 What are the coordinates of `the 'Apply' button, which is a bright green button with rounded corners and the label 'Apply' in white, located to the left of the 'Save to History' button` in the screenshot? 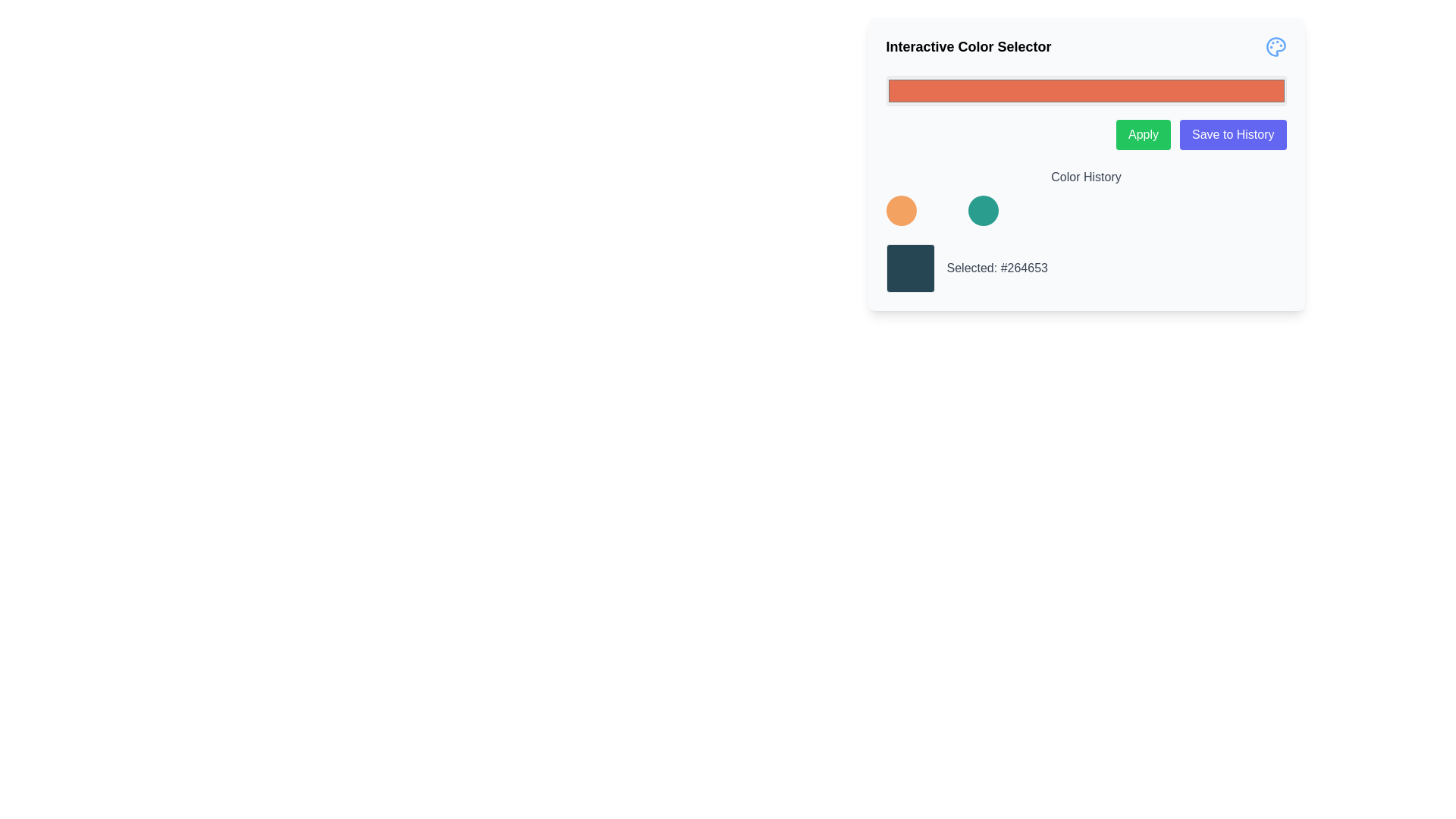 It's located at (1143, 133).